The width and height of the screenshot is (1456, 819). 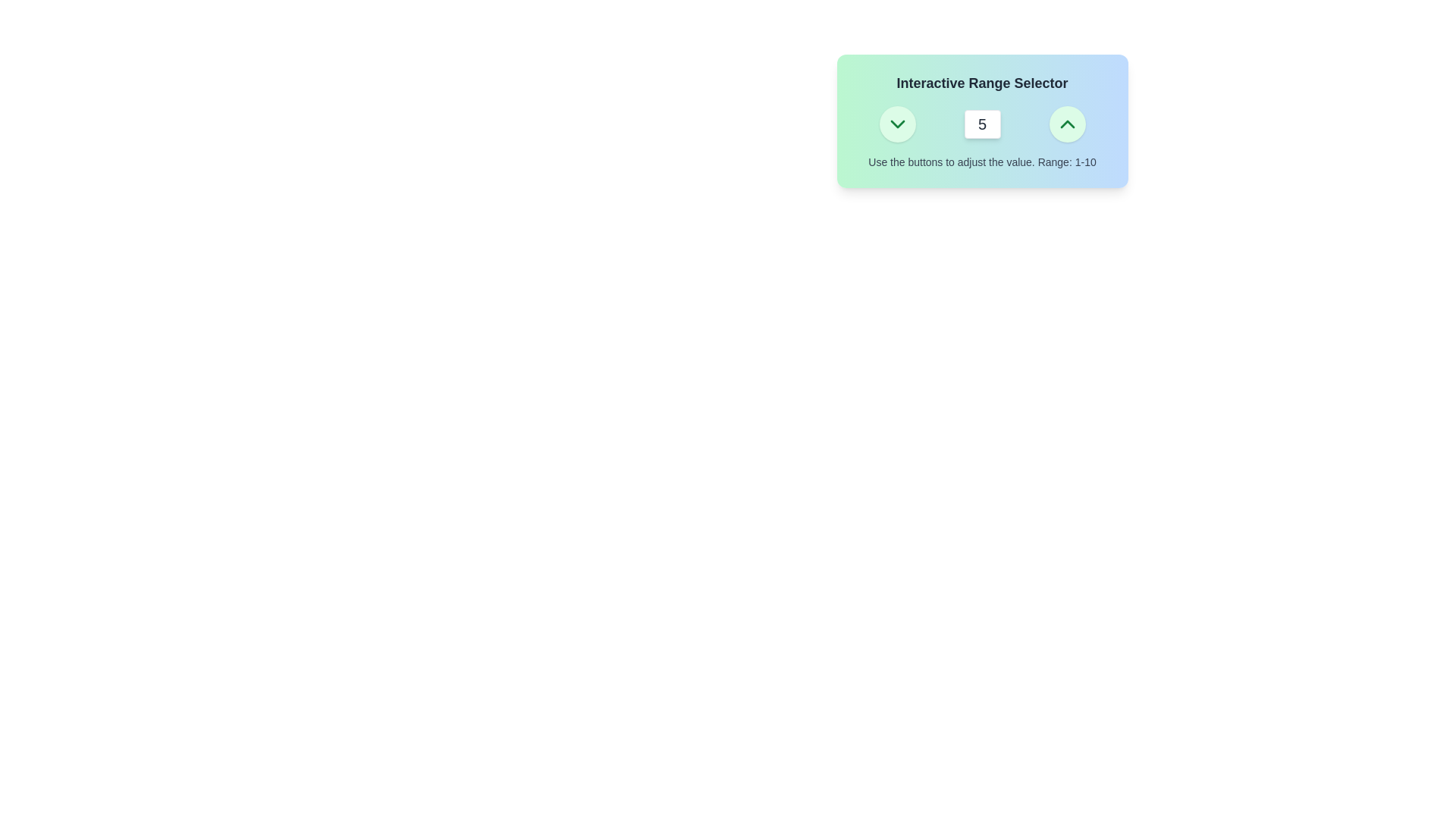 I want to click on the icon on the left side of the range adjustment panel to decrease the numerical value associated with the range selector, so click(x=897, y=124).